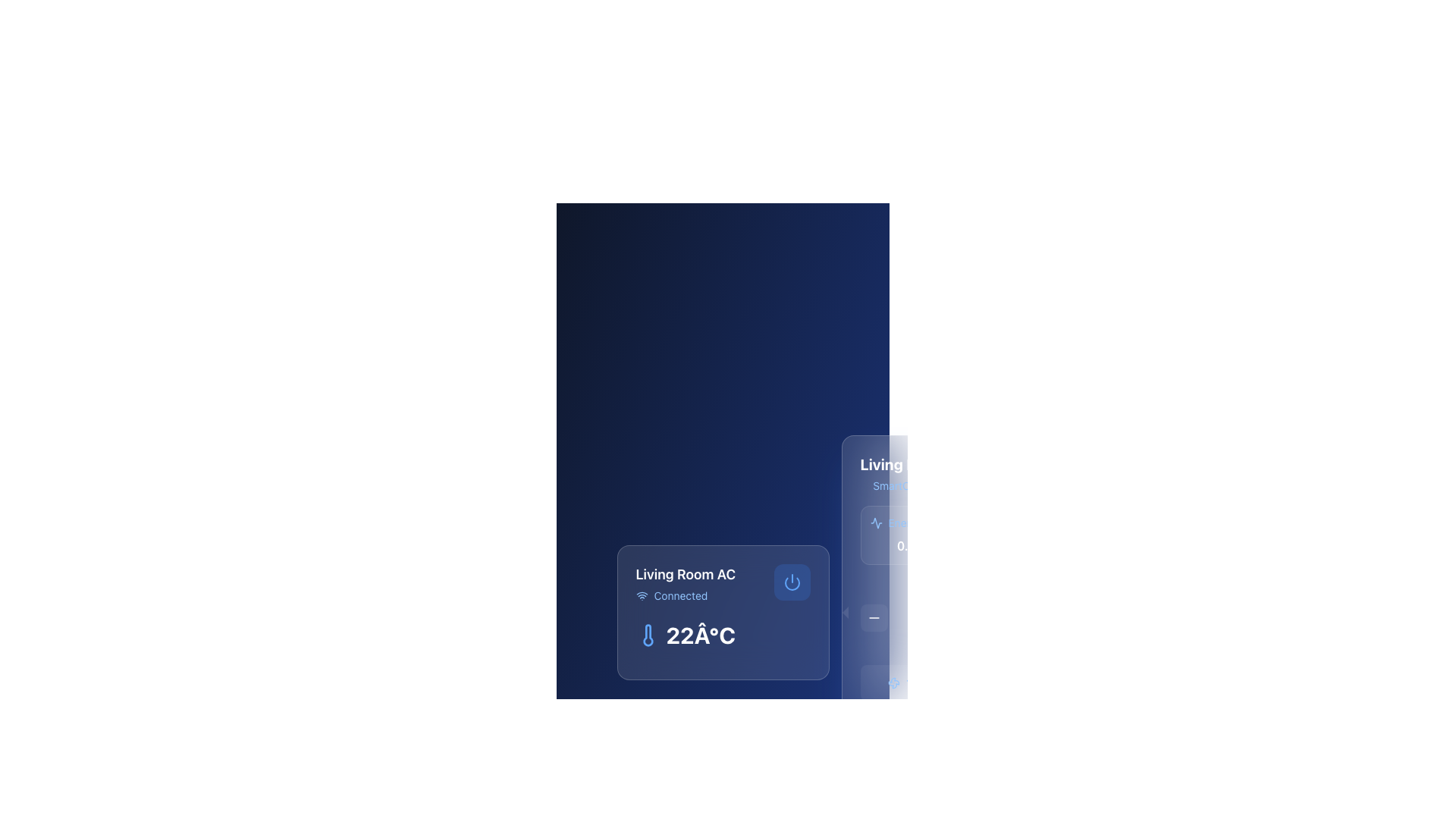  Describe the element at coordinates (791, 581) in the screenshot. I see `on the power icon button, which is a blue circular outline with a vertical line, located in the top-right corner of the 'Living Room AC' card` at that location.